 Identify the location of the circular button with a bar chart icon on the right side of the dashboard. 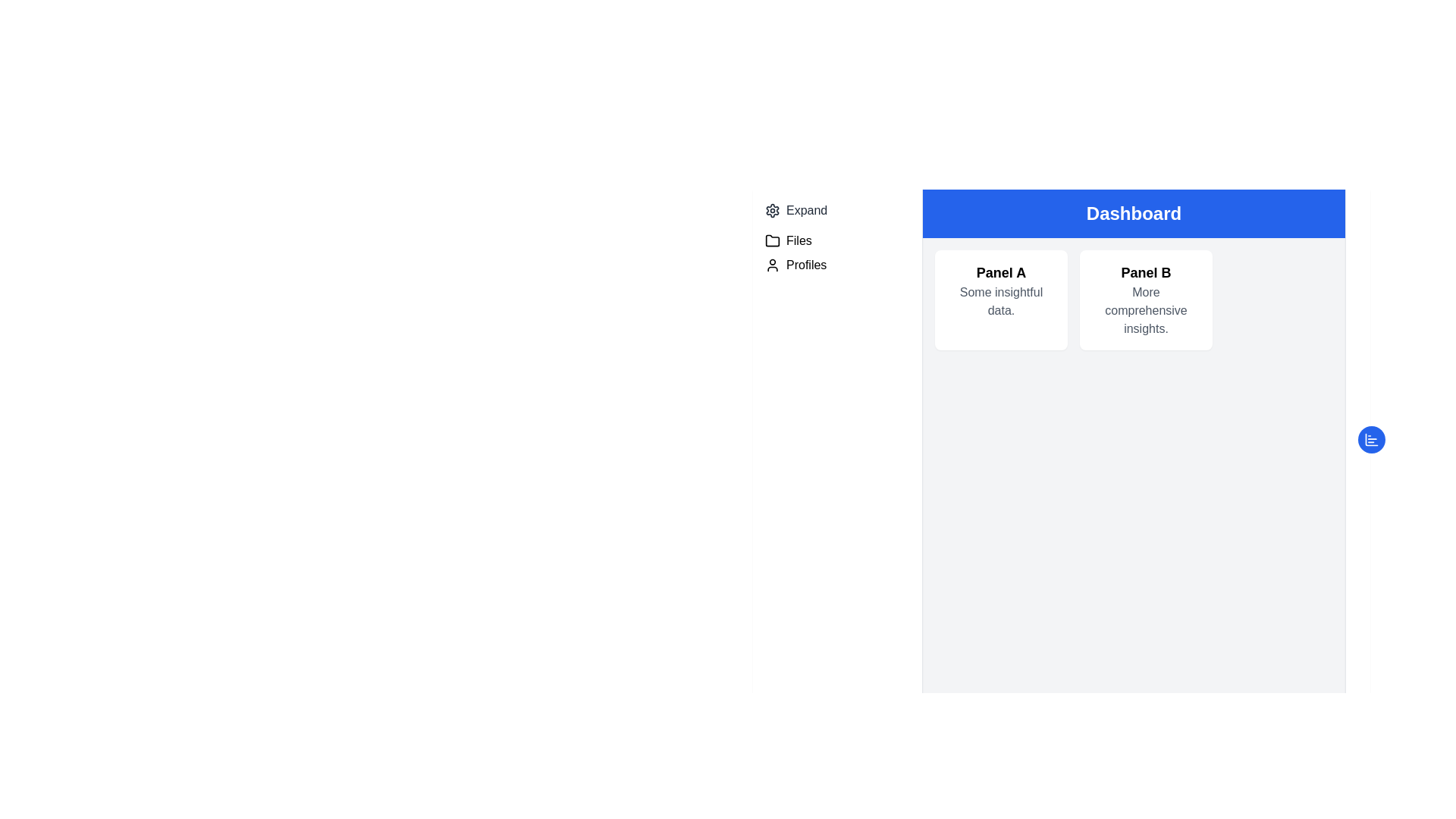
(1372, 439).